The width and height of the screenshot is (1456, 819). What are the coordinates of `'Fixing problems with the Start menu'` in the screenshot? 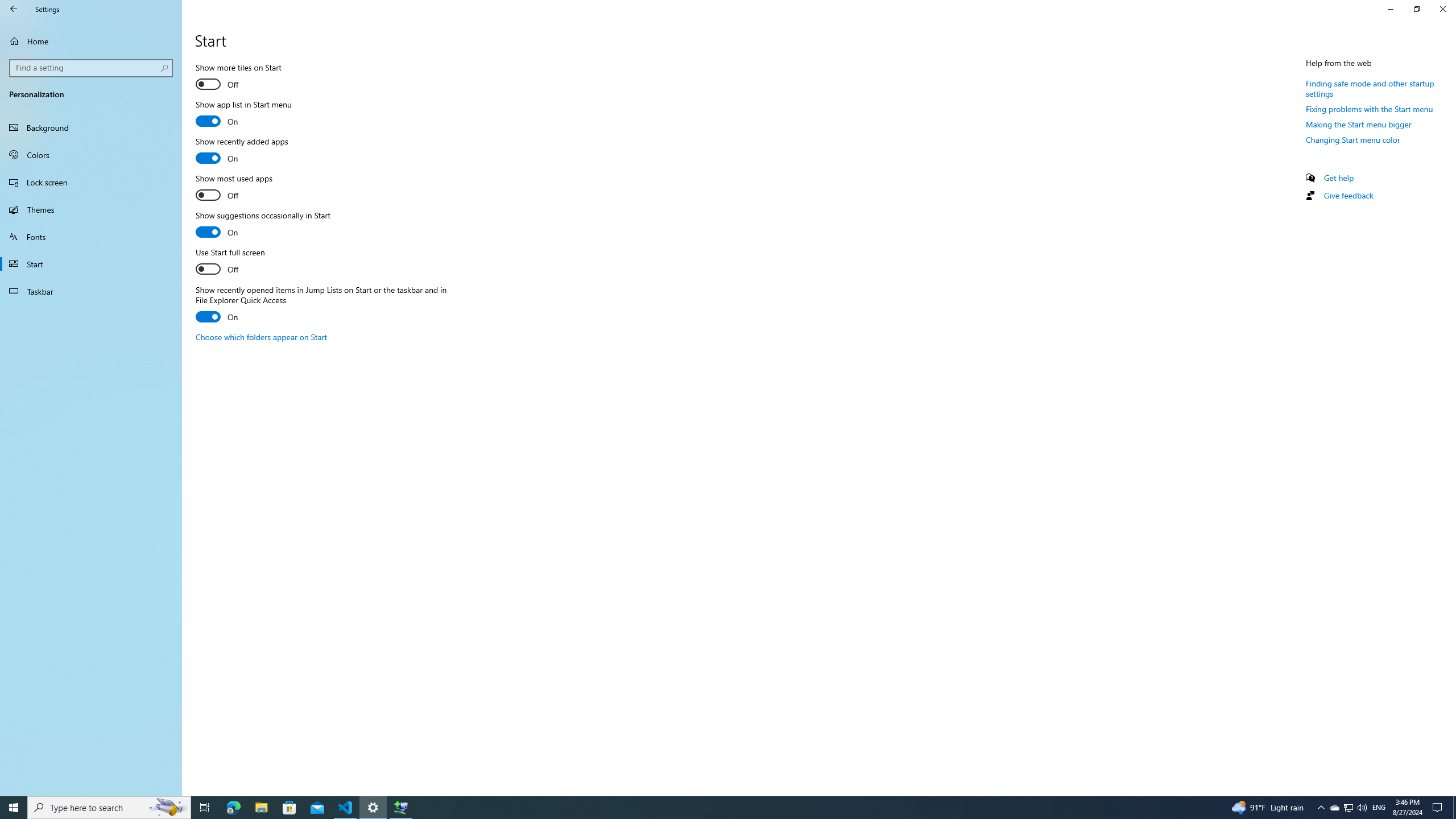 It's located at (1368, 109).